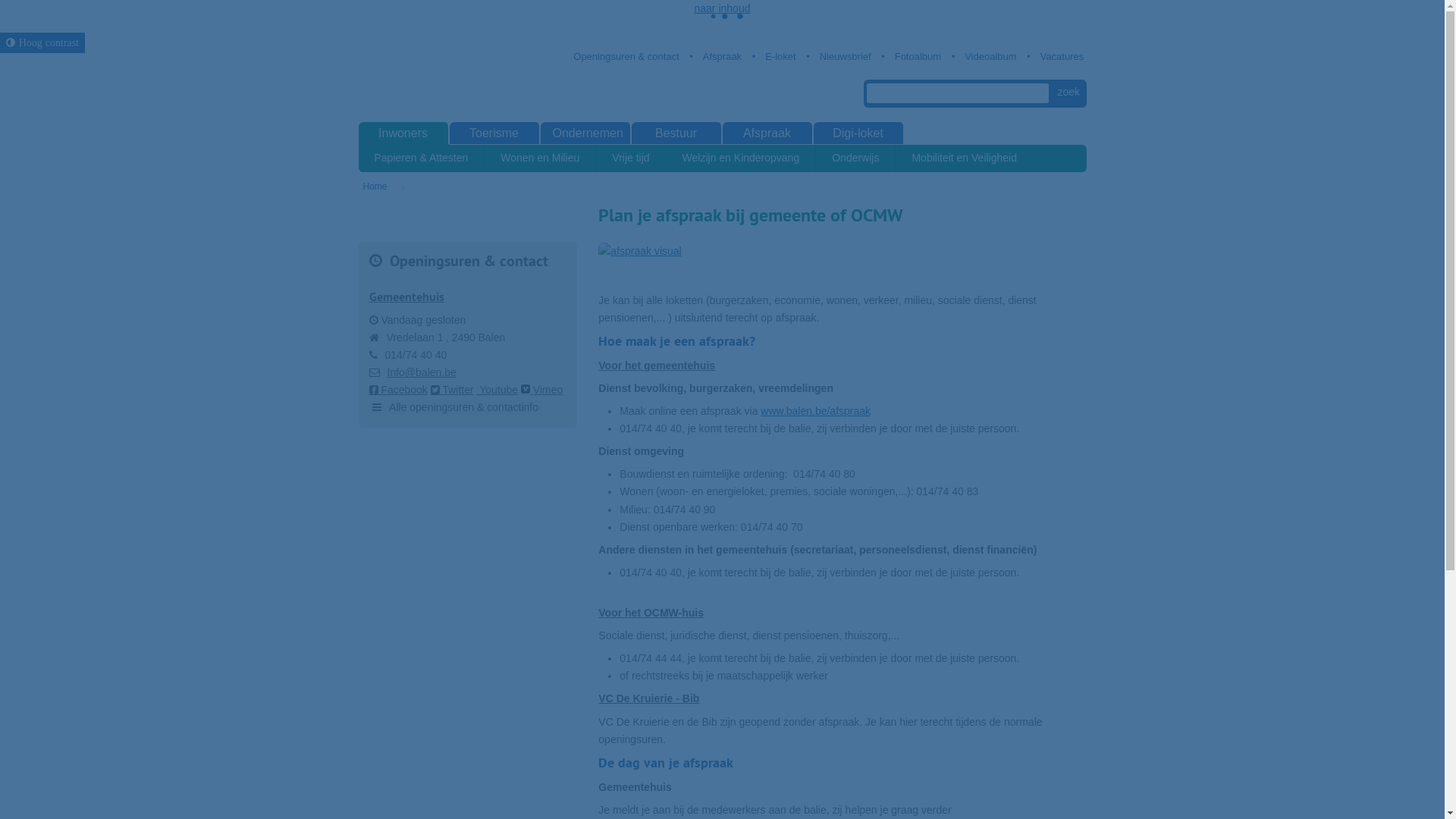  Describe the element at coordinates (814, 411) in the screenshot. I see `'www.balen.be/afspraak'` at that location.